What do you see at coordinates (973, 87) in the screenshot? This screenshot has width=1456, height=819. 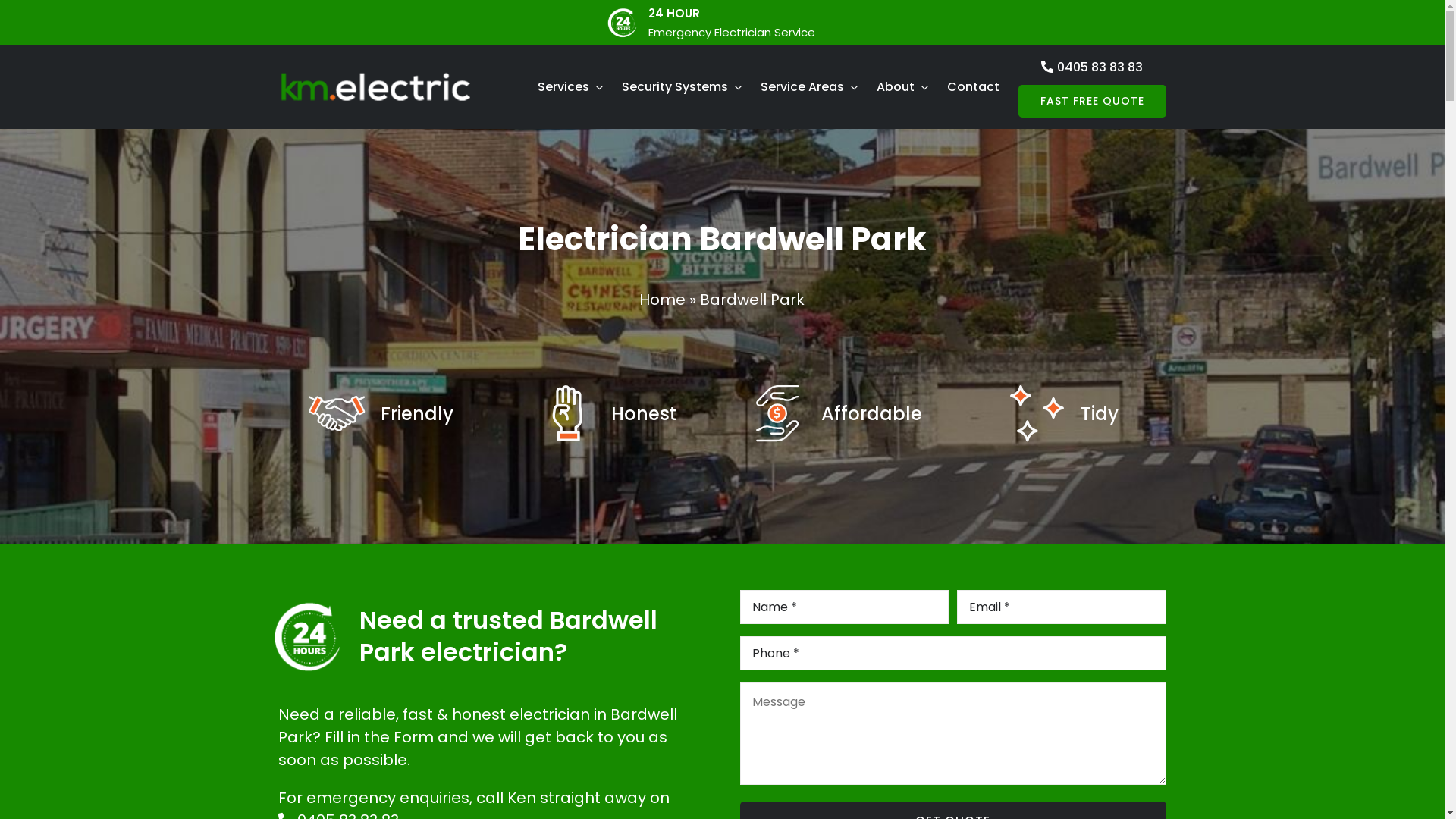 I see `'Contact'` at bounding box center [973, 87].